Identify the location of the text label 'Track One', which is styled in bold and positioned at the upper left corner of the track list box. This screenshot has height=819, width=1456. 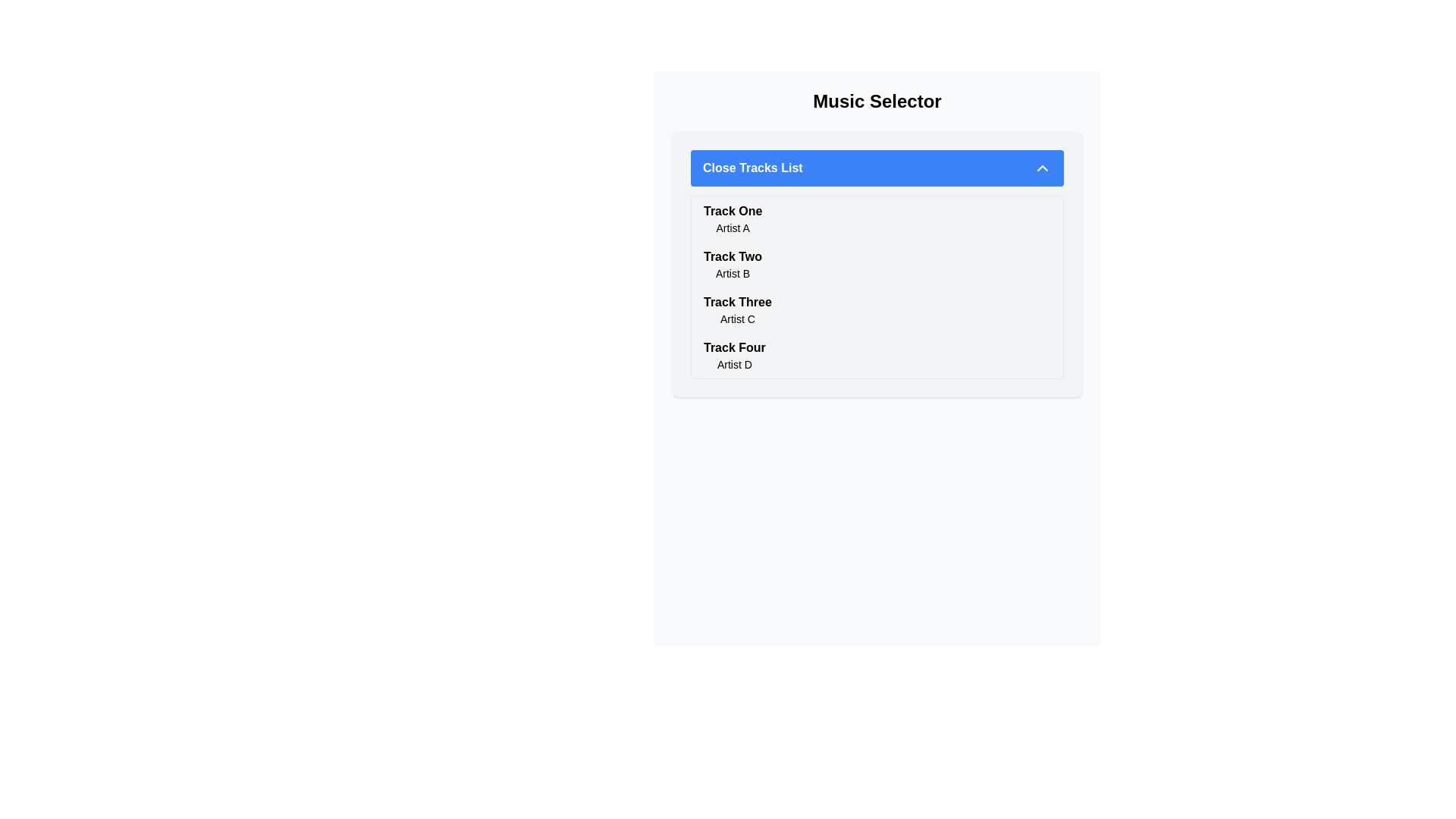
(733, 211).